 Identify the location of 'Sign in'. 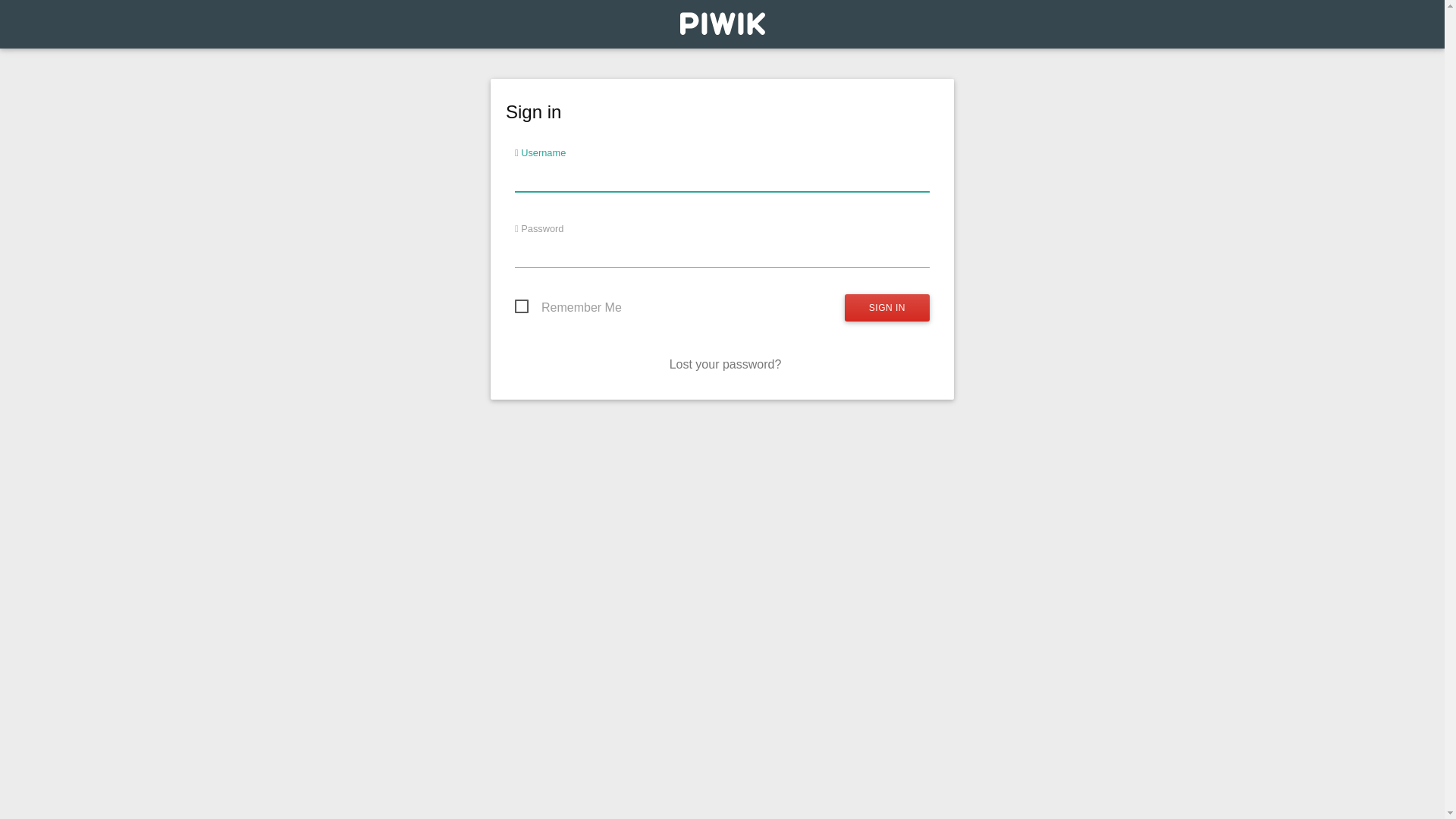
(843, 307).